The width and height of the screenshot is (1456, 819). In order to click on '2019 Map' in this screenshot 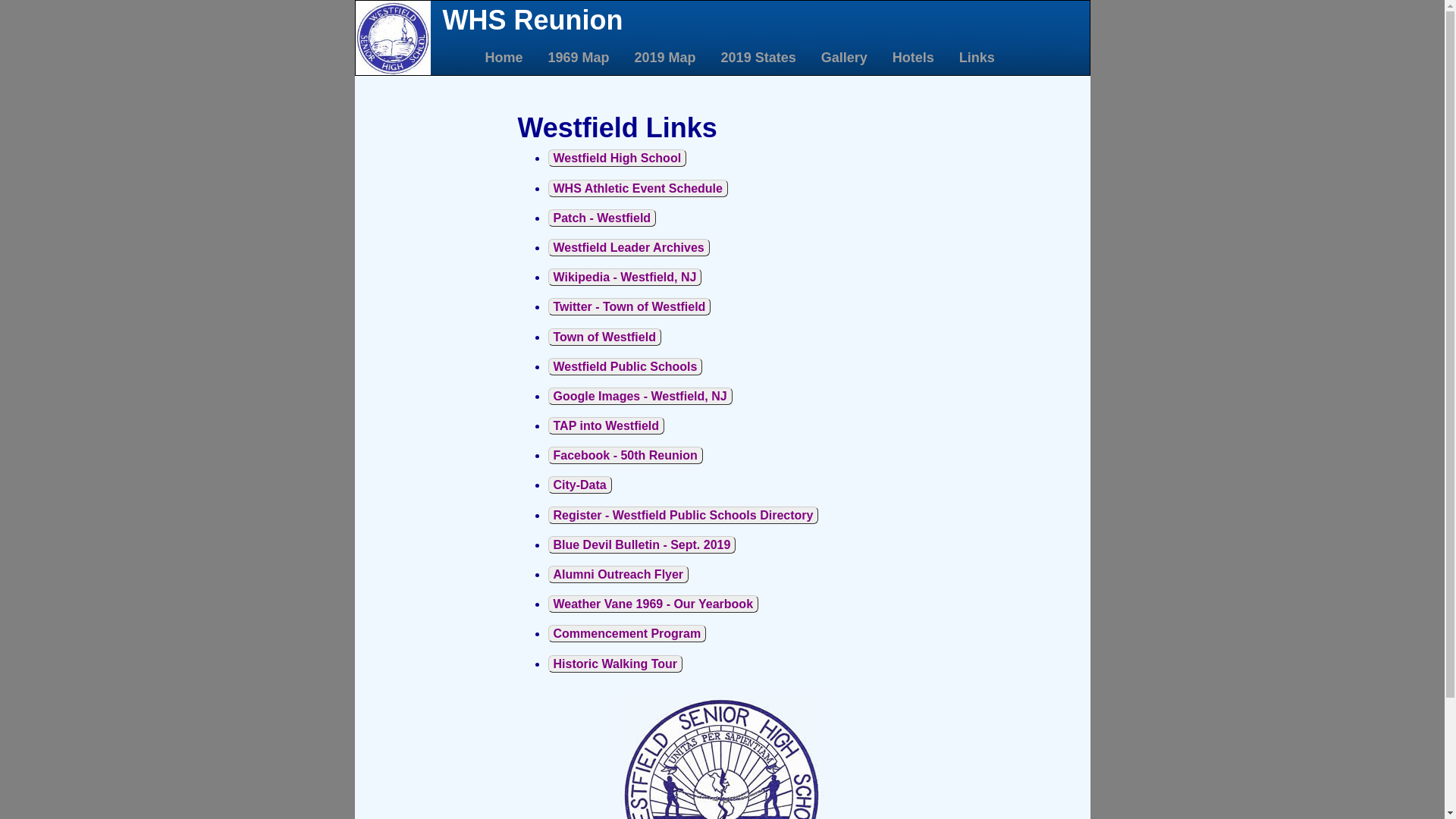, I will do `click(664, 57)`.